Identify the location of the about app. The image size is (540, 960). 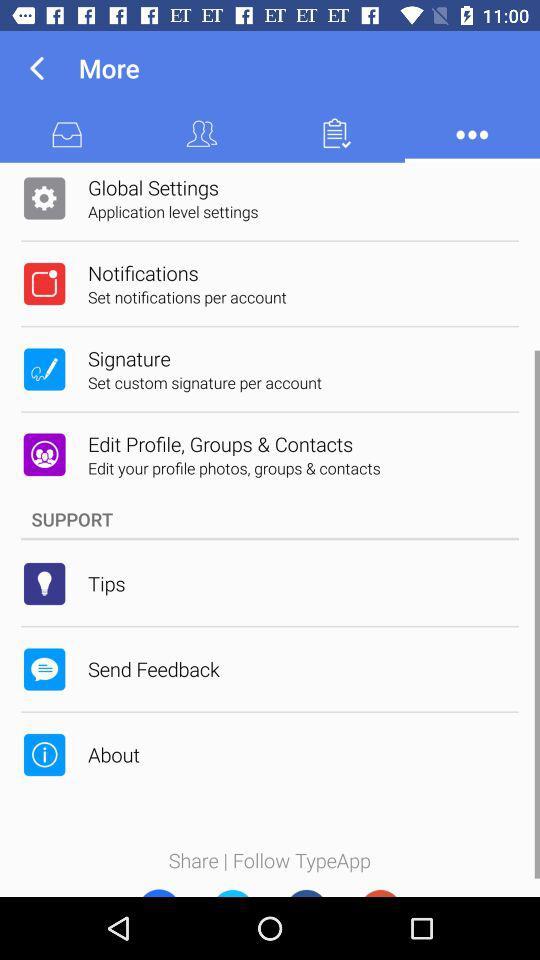
(113, 753).